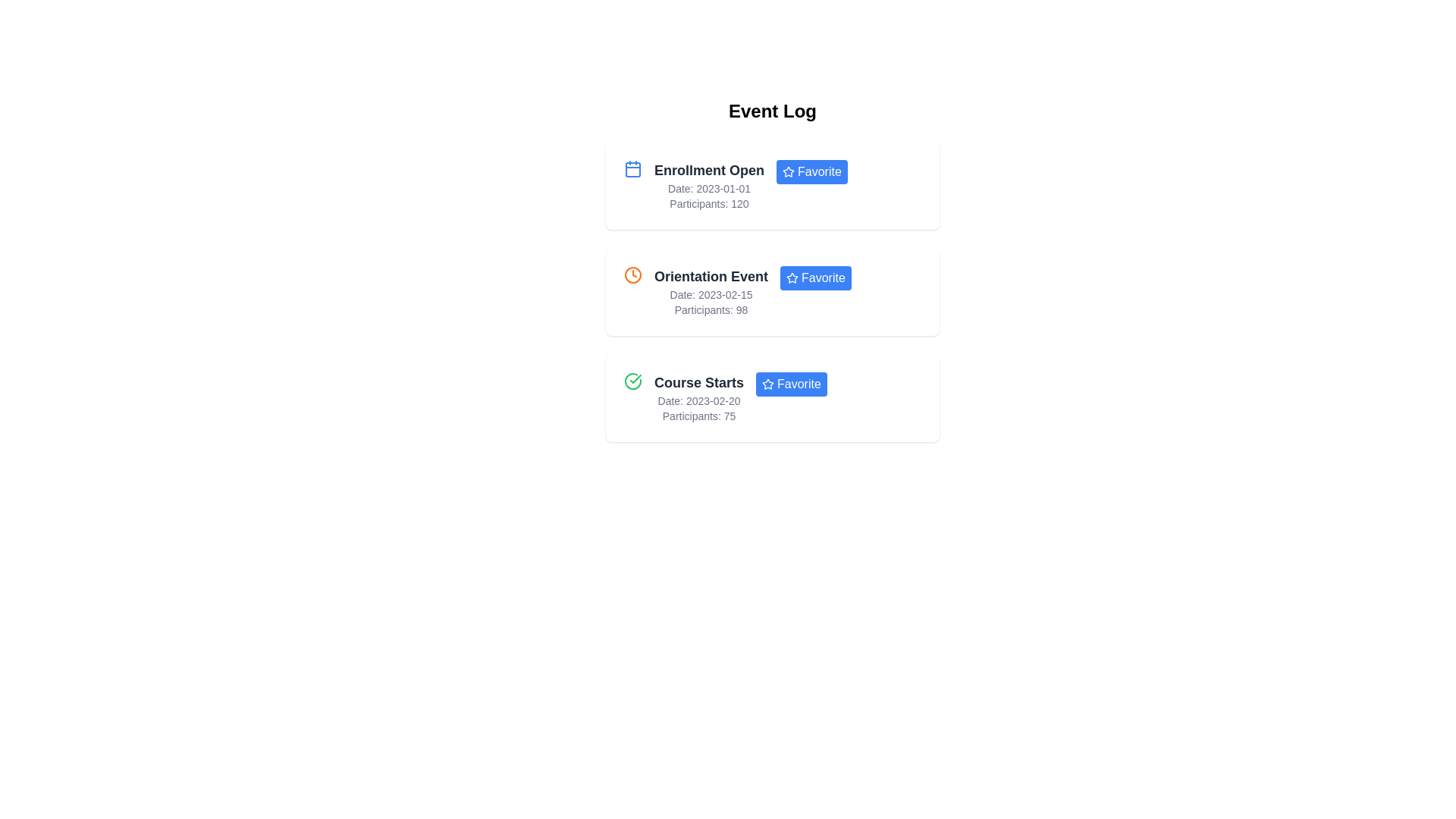 The image size is (1456, 819). Describe the element at coordinates (811, 171) in the screenshot. I see `the 'Favorite' button with a blue background and white text, located in the 'Enrollment Open' card` at that location.